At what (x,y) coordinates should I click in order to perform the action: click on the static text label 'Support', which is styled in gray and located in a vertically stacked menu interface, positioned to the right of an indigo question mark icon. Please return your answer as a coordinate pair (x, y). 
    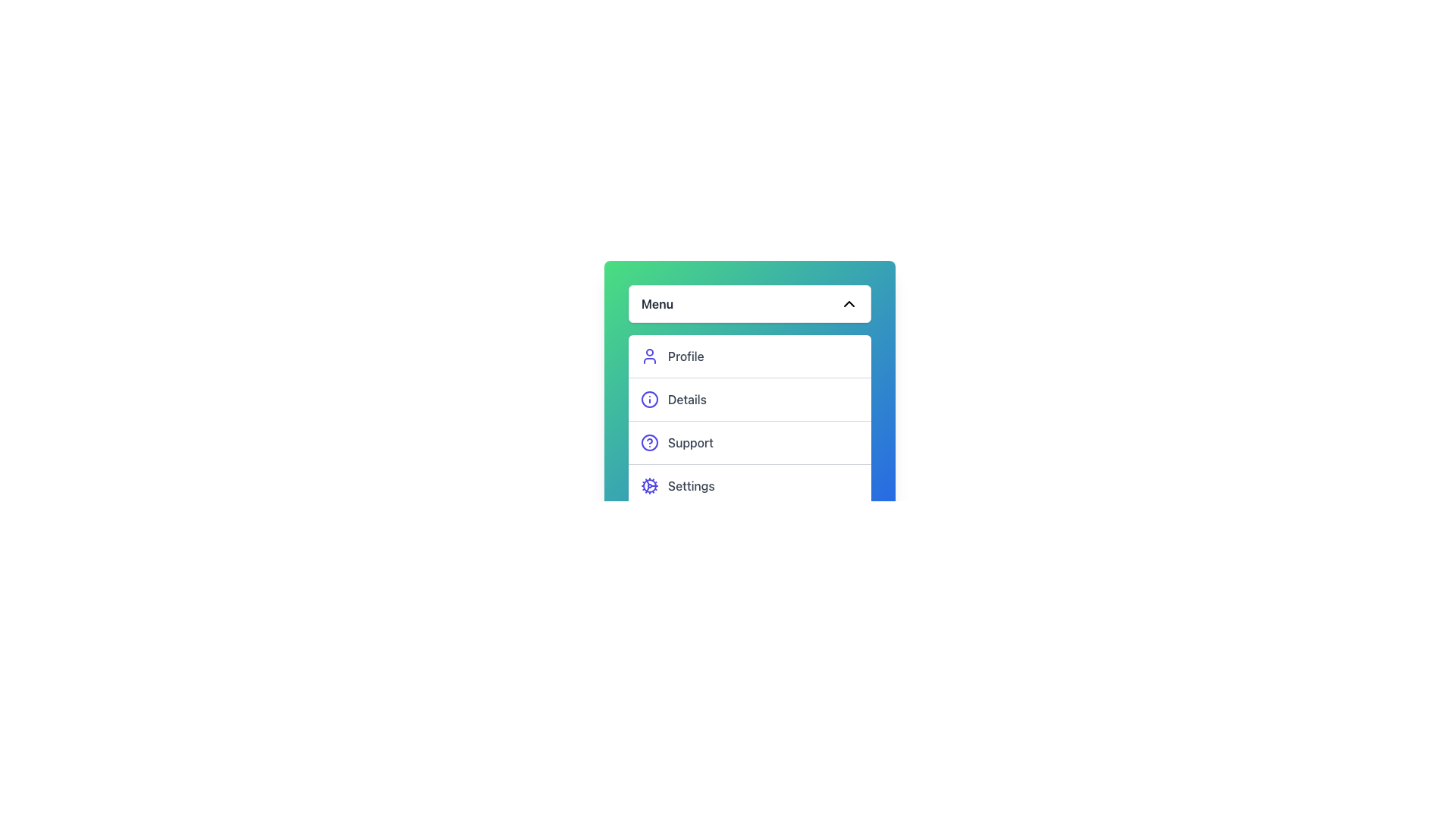
    Looking at the image, I should click on (690, 442).